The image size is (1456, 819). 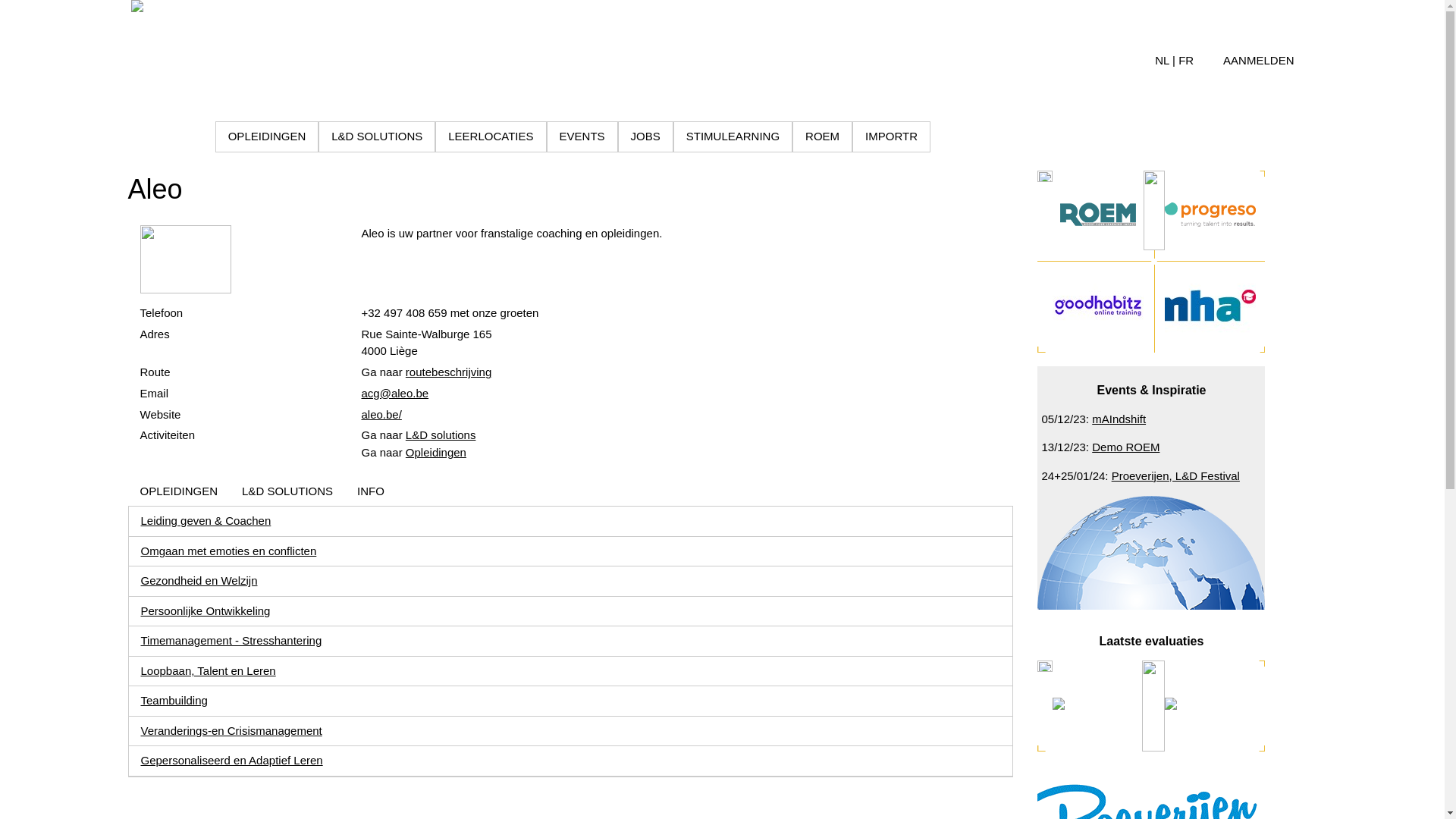 What do you see at coordinates (435, 451) in the screenshot?
I see `'Opleidingen'` at bounding box center [435, 451].